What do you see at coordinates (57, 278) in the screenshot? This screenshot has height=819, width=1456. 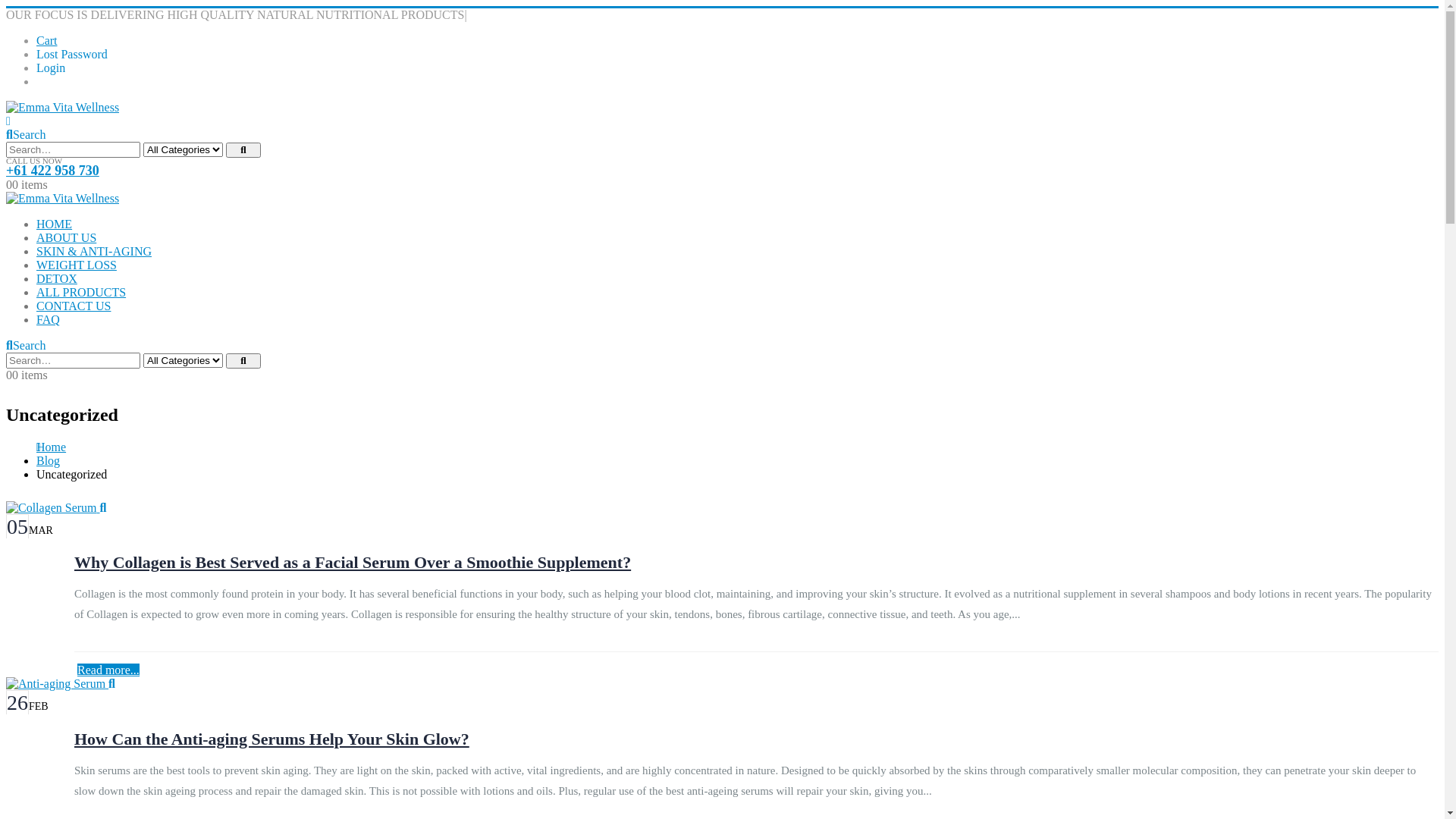 I see `'DETOX'` at bounding box center [57, 278].